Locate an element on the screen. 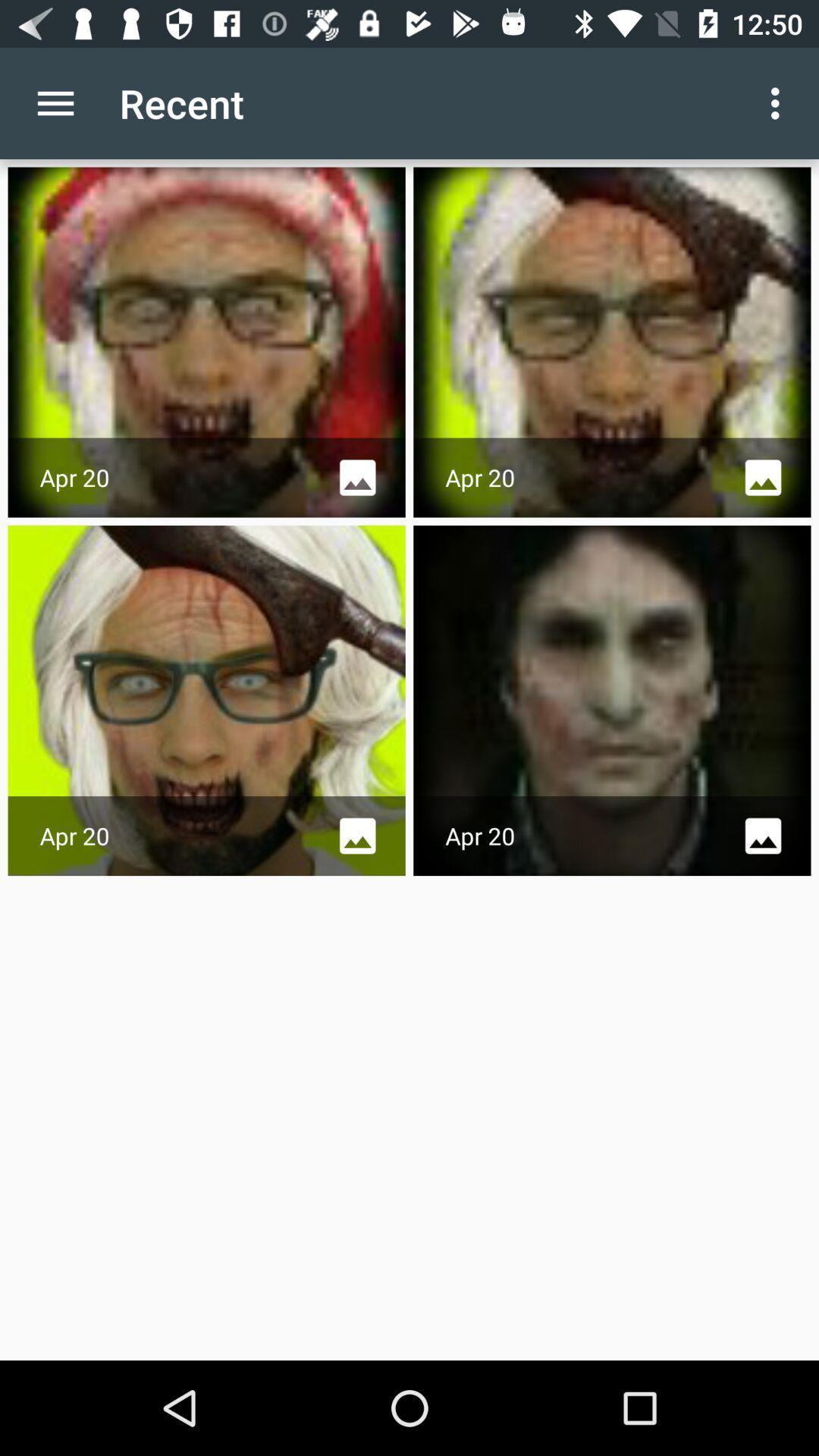 The width and height of the screenshot is (819, 1456). the first image which is located at right corner is located at coordinates (611, 341).